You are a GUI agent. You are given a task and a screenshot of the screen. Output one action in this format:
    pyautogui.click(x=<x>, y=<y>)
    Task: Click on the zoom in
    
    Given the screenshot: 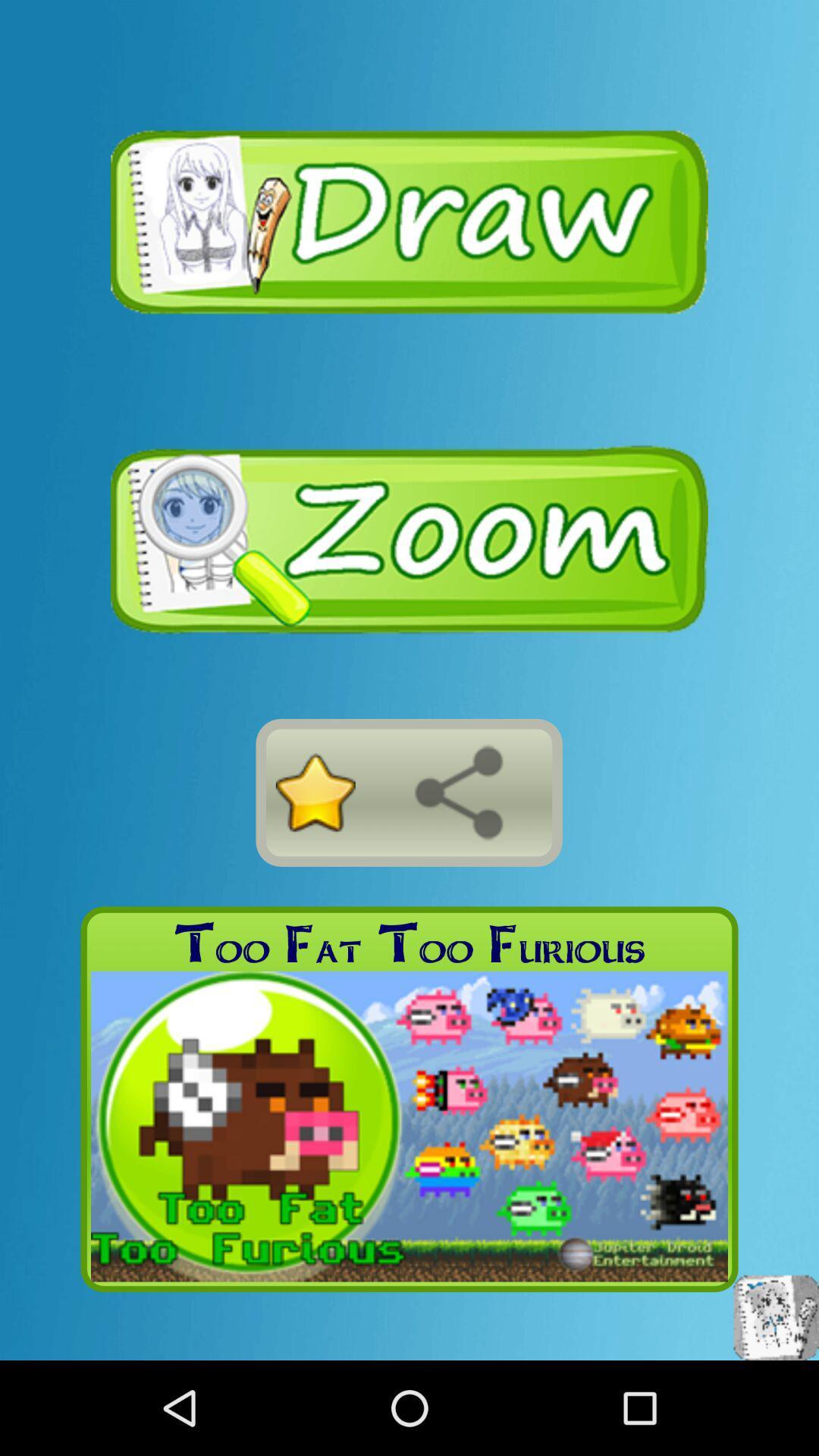 What is the action you would take?
    pyautogui.click(x=409, y=539)
    